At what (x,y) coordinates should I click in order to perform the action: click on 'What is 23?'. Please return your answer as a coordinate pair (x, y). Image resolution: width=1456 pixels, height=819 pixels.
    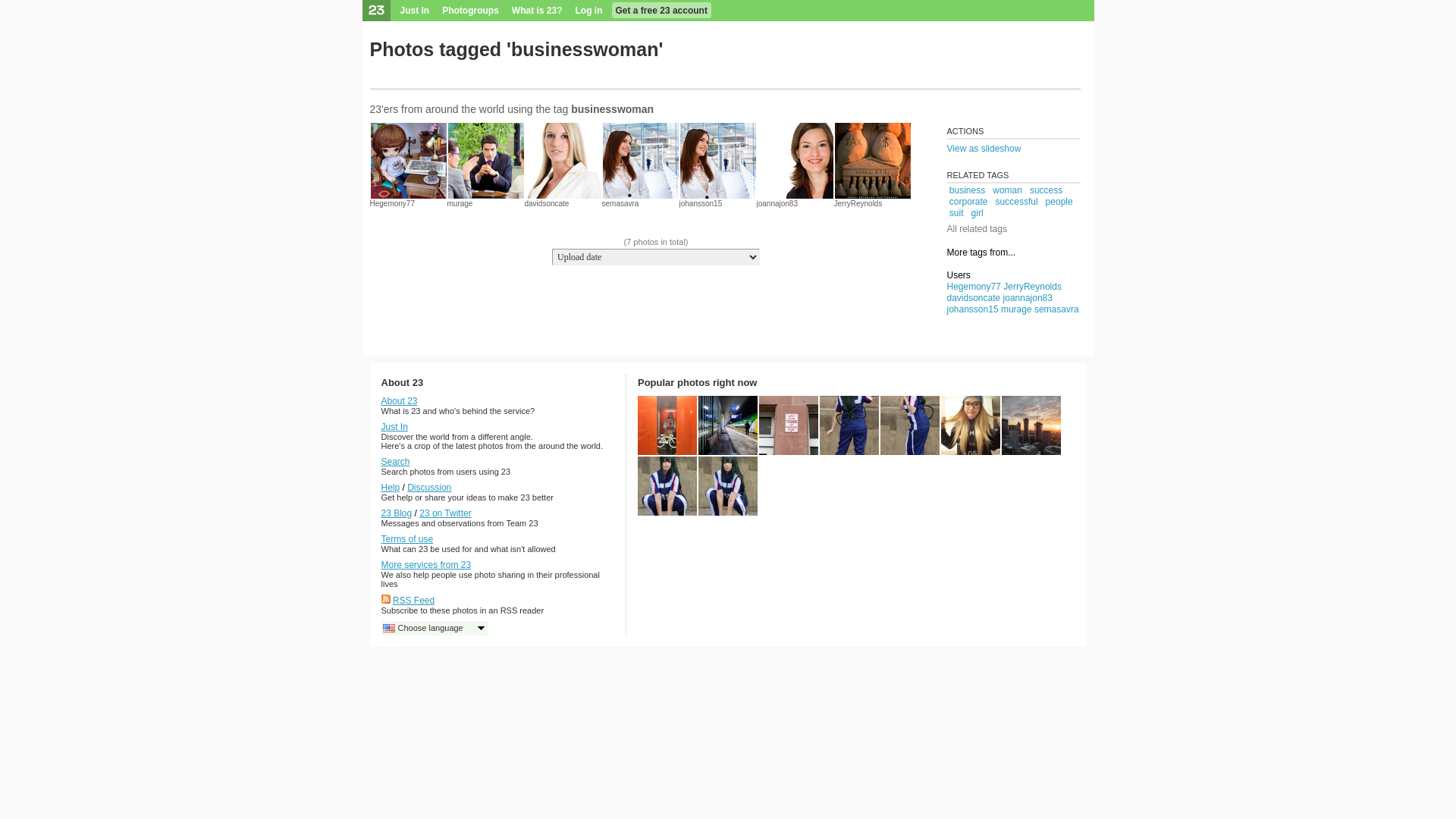
    Looking at the image, I should click on (537, 11).